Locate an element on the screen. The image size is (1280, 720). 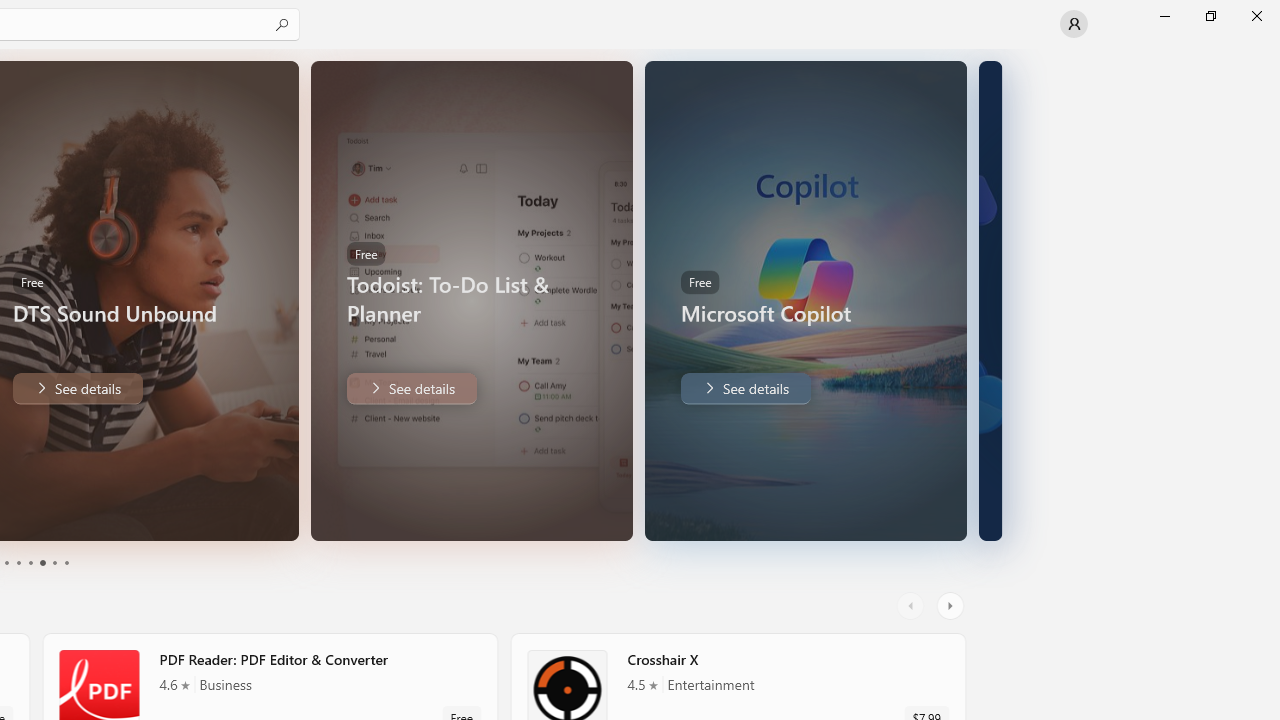
'Page 2' is located at coordinates (17, 563).